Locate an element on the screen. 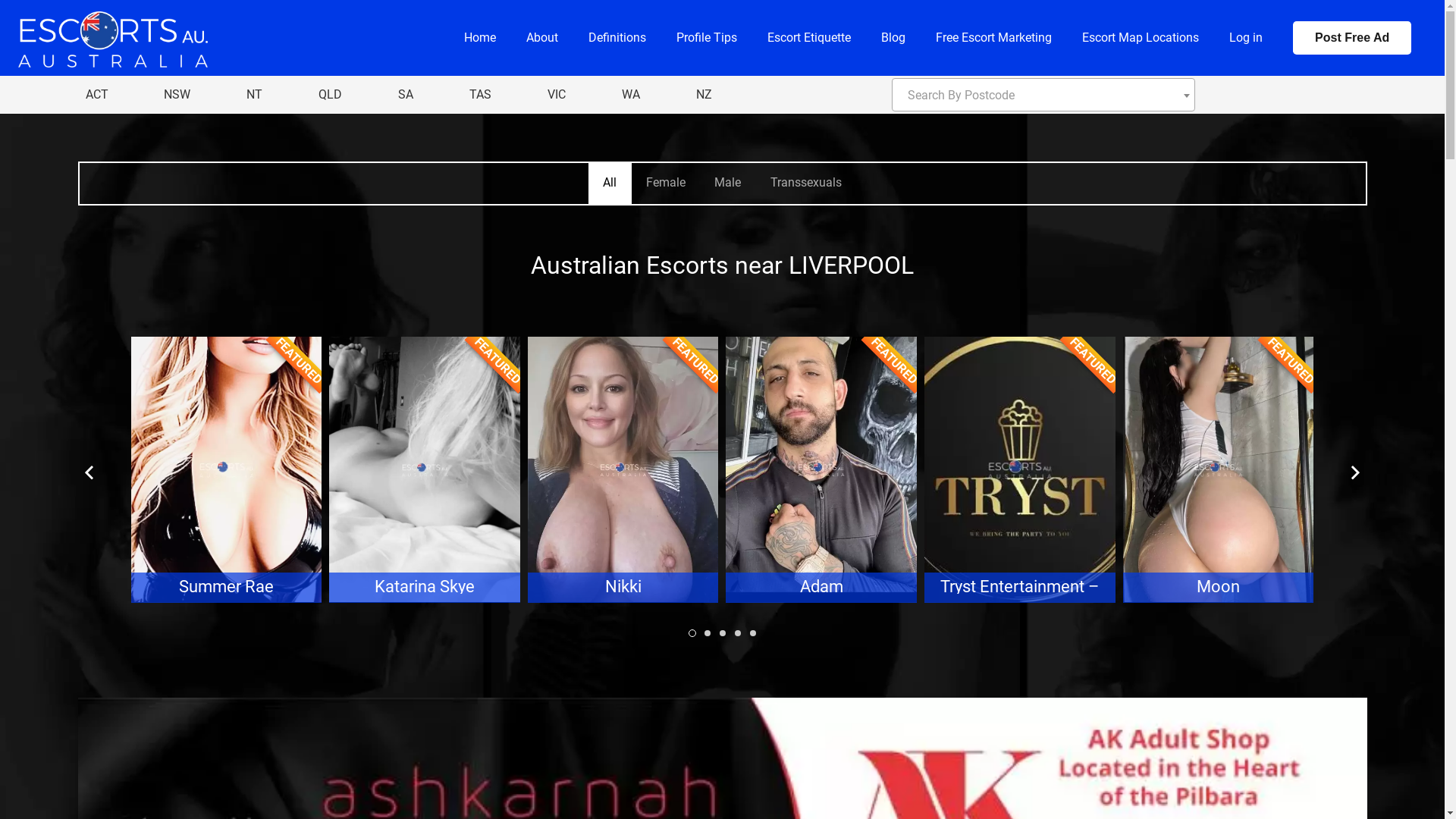  'Free Escort Marketing' is located at coordinates (920, 37).